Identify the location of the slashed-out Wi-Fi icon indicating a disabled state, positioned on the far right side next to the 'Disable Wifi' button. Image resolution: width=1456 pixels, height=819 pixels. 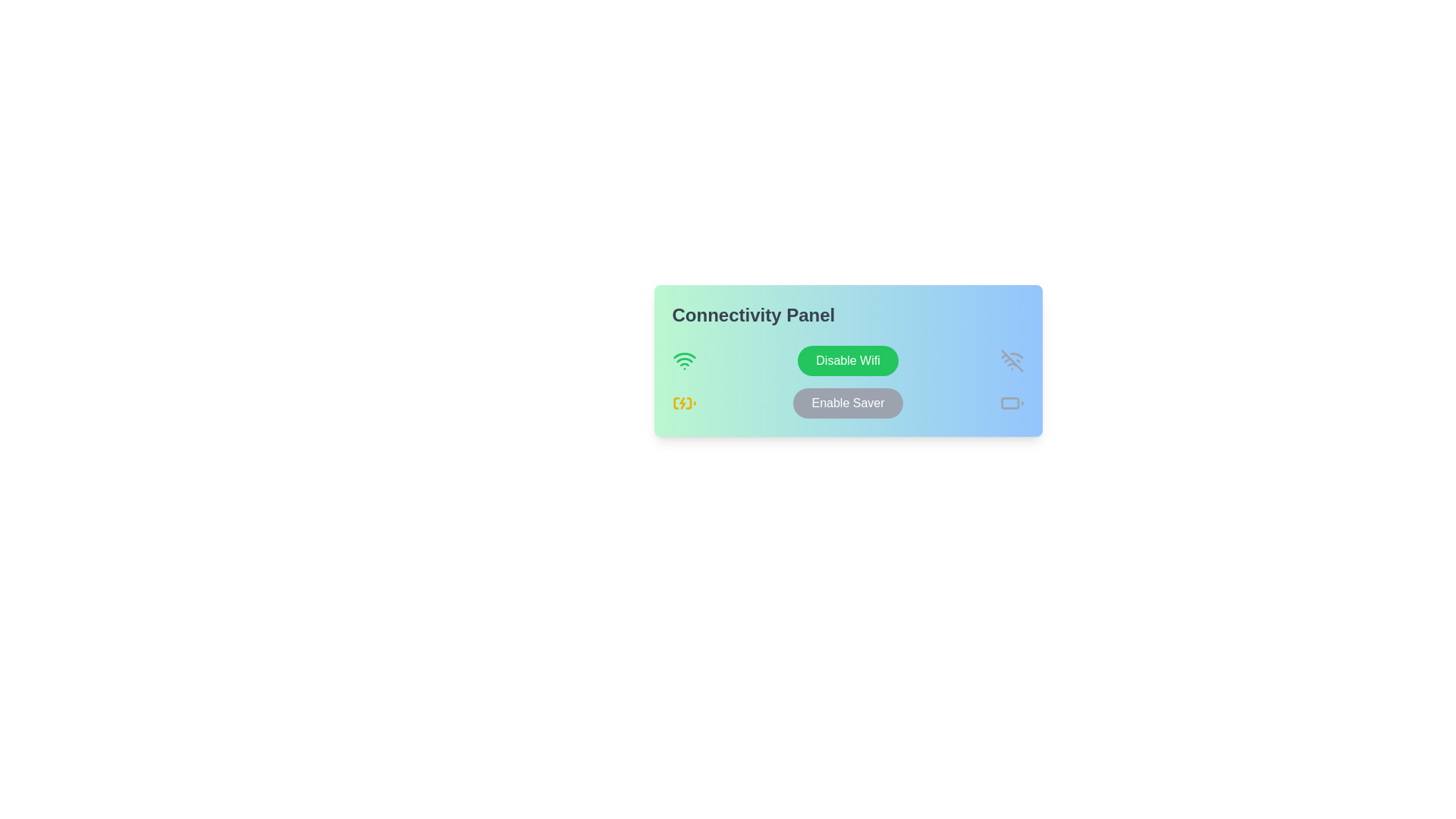
(1012, 360).